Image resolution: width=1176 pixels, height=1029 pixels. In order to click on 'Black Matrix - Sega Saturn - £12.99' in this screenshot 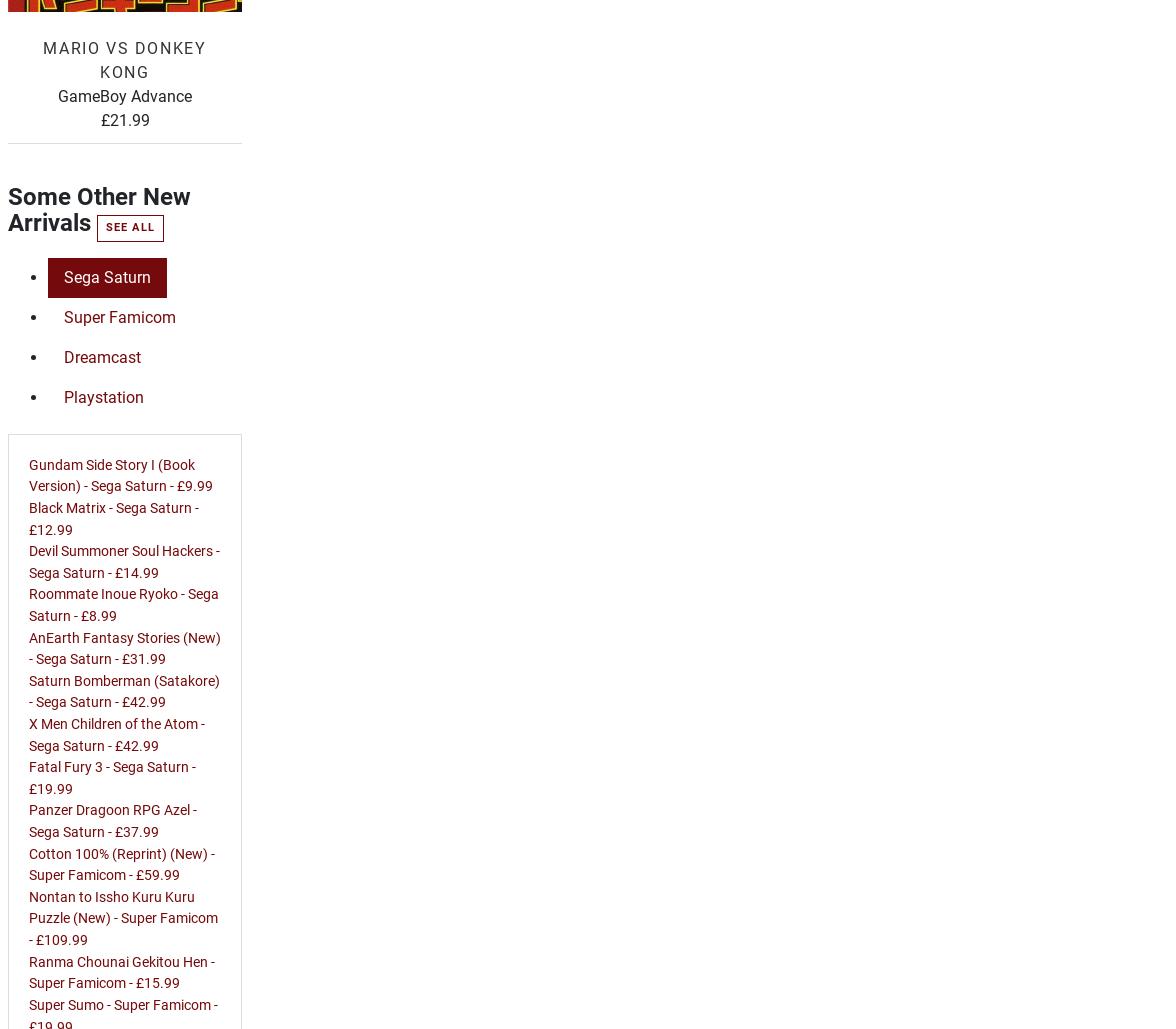, I will do `click(113, 517)`.